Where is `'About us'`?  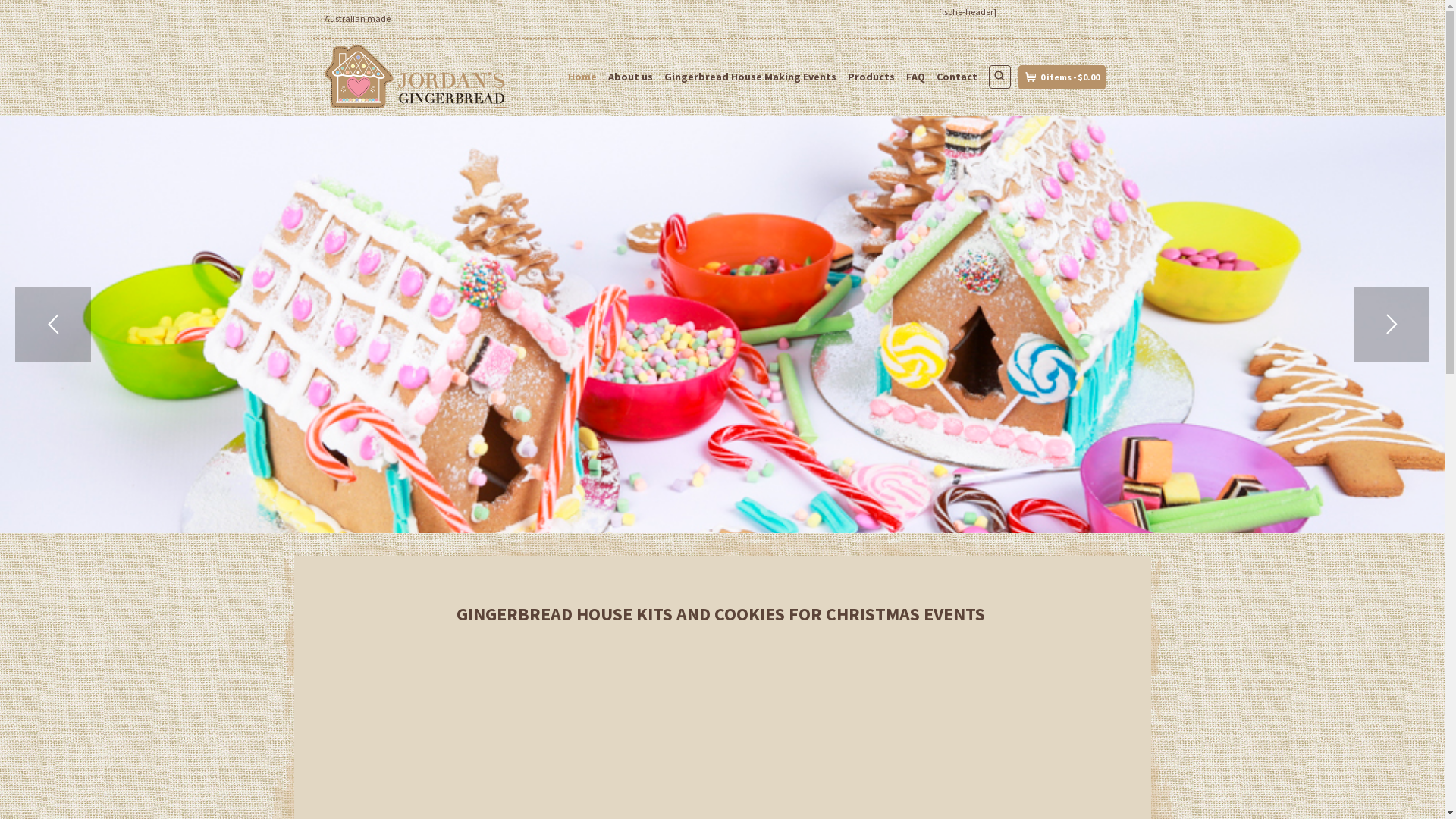 'About us' is located at coordinates (630, 76).